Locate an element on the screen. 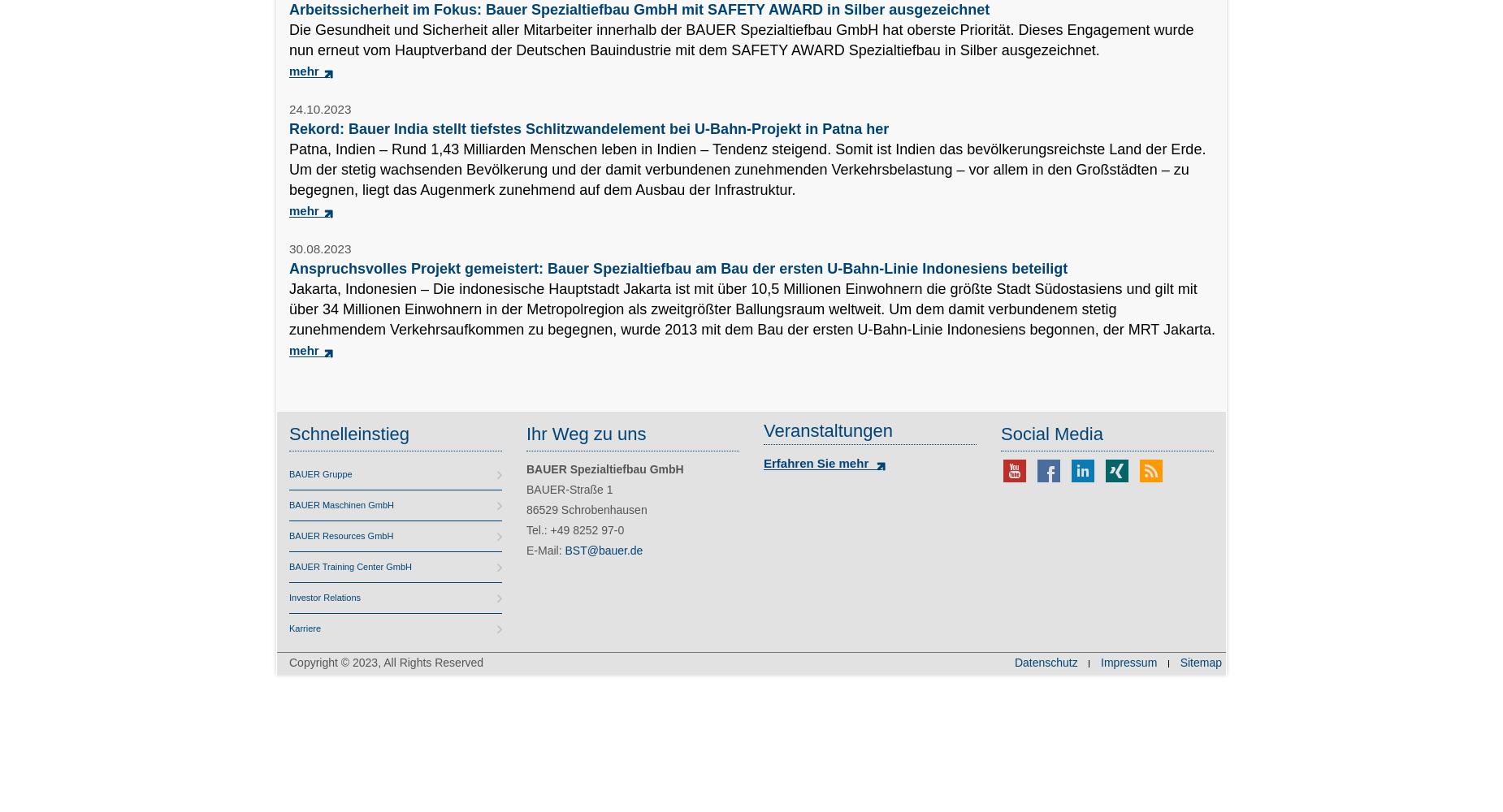 The width and height of the screenshot is (1503, 812). 'Social Media' is located at coordinates (1050, 434).